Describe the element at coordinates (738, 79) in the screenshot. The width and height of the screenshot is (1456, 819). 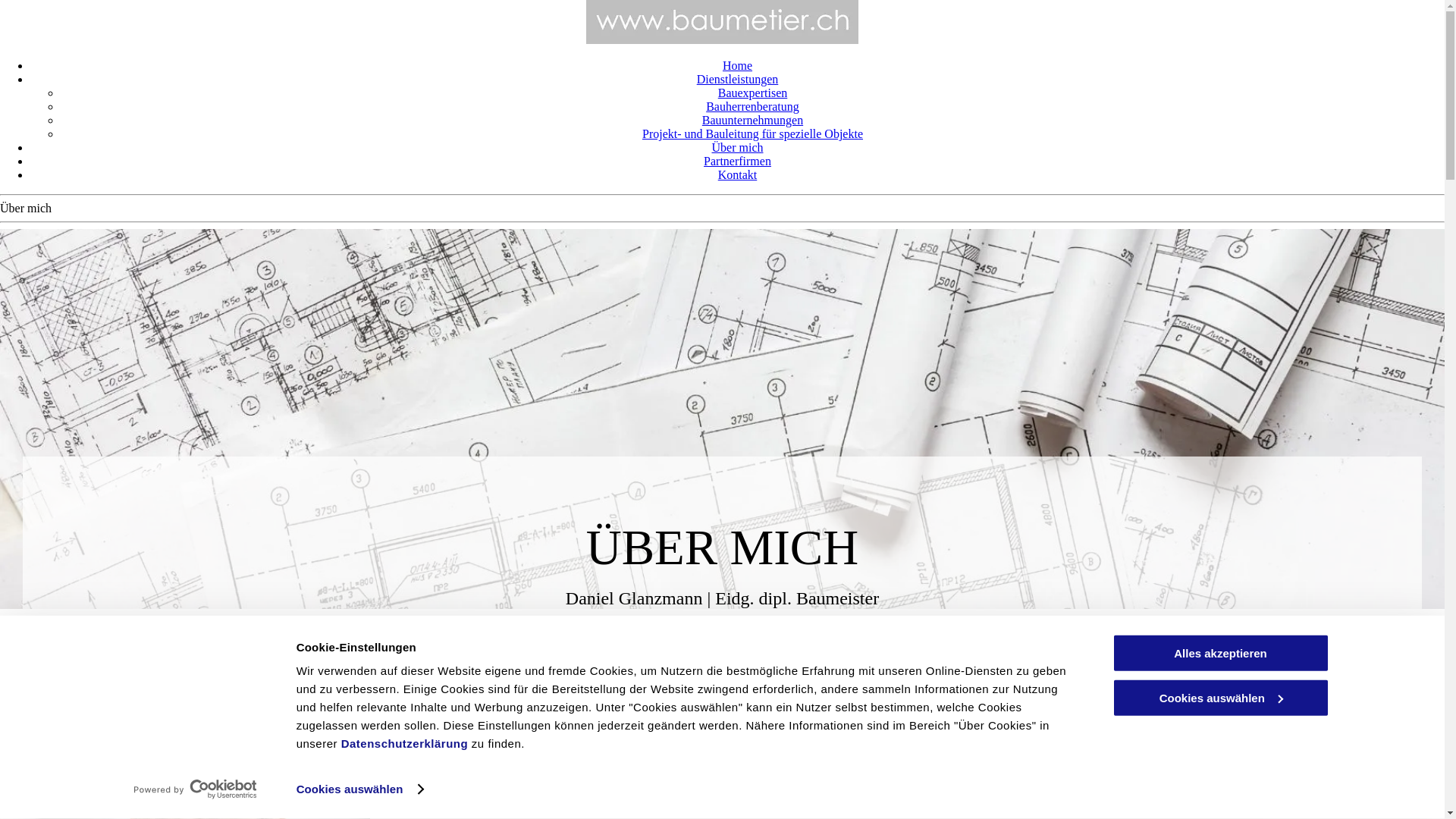
I see `'Dienstleistungen'` at that location.